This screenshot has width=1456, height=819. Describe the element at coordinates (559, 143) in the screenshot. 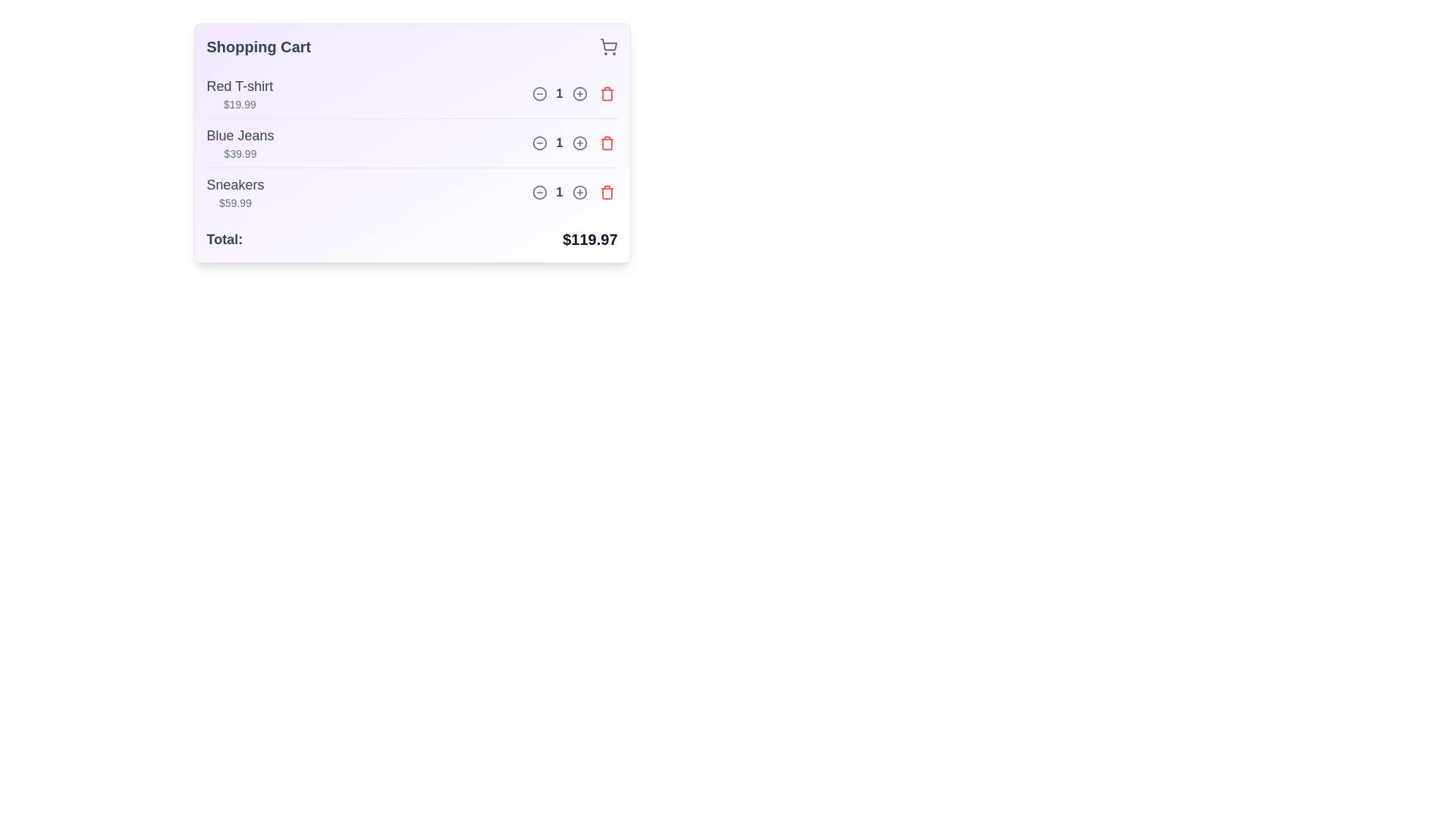

I see `the static text element displaying the number '1', which is styled with a bold font and grey color, located between the decrement and increment buttons in the quantity adjustment interface` at that location.